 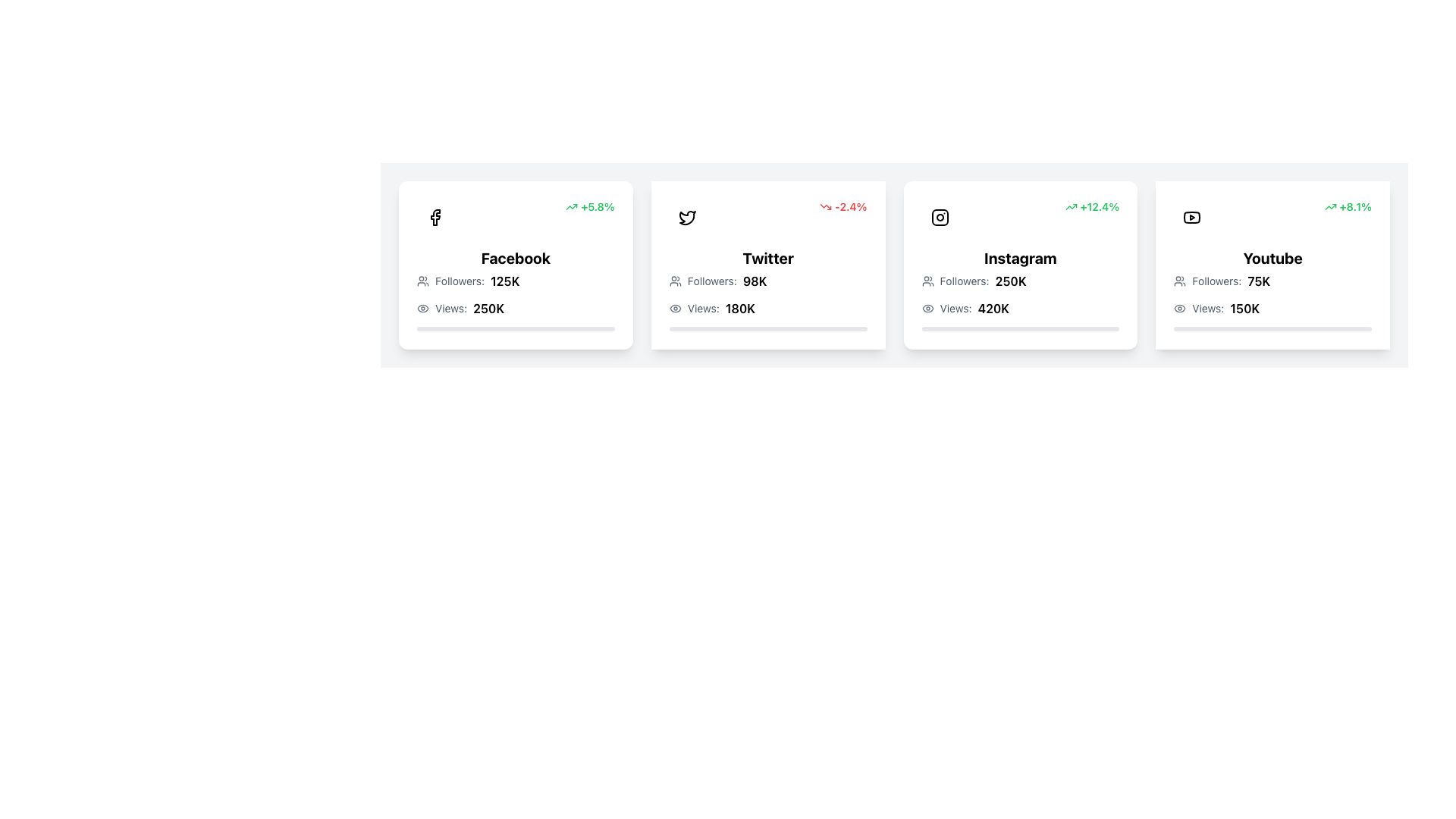 I want to click on text content of the label that identifies the card's content as related to 'Youtube', which is centrally positioned at the top-middle of the card layout, so click(x=1272, y=257).